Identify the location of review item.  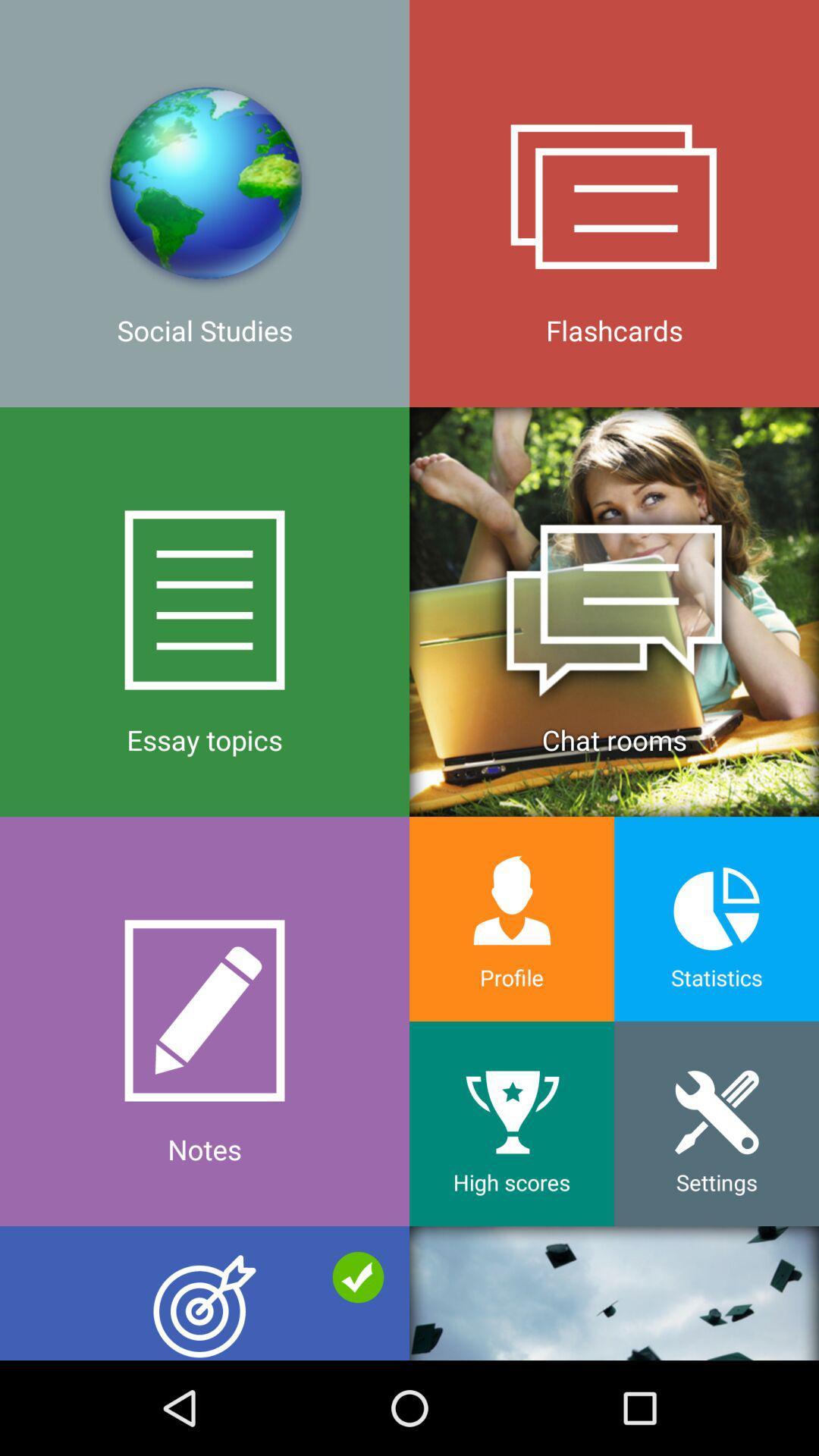
(205, 1292).